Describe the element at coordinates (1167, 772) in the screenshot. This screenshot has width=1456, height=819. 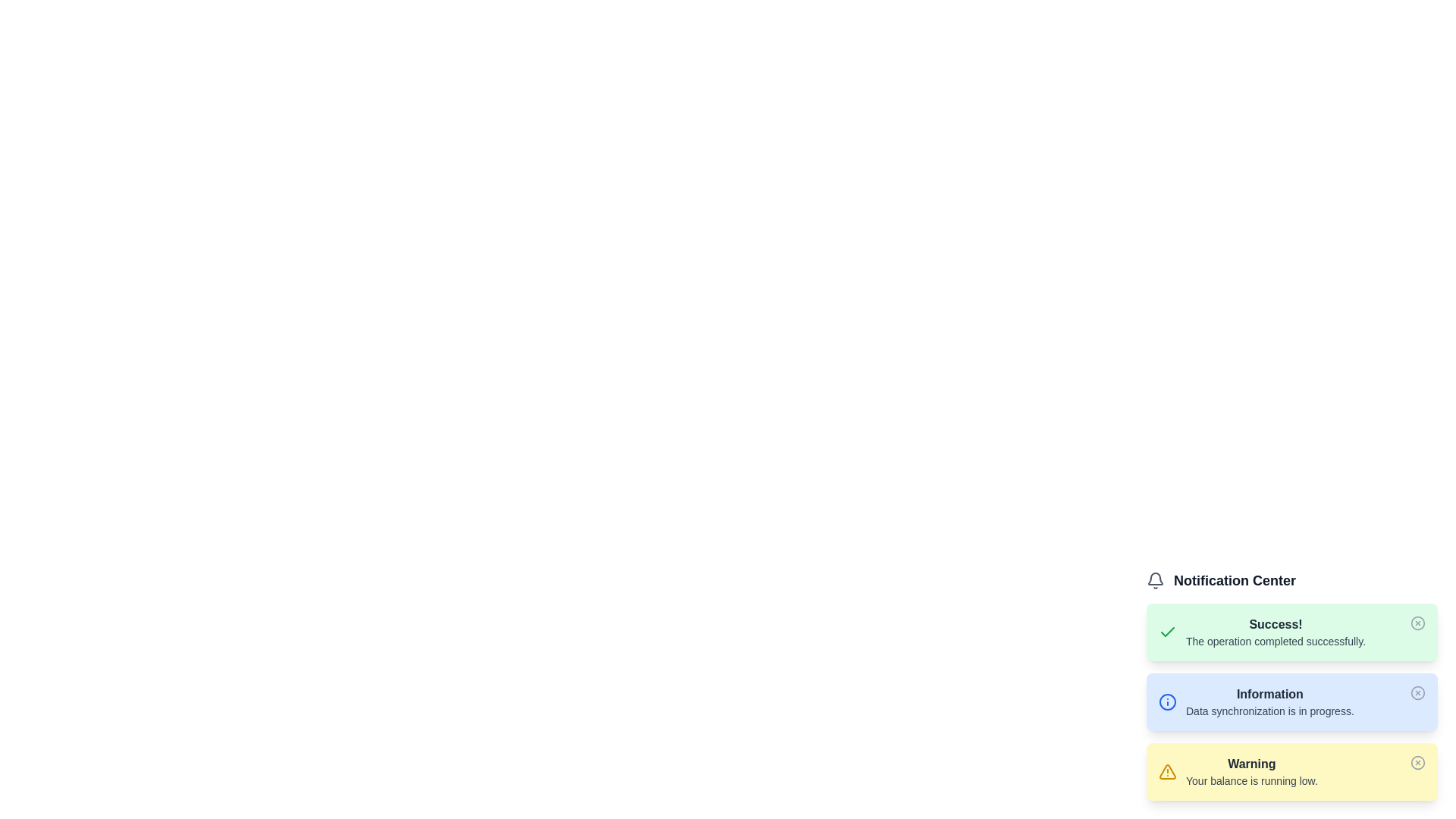
I see `the triangular alert icon with a yellow stroke located on the left side of the warning notification message in the Notification Center interface` at that location.